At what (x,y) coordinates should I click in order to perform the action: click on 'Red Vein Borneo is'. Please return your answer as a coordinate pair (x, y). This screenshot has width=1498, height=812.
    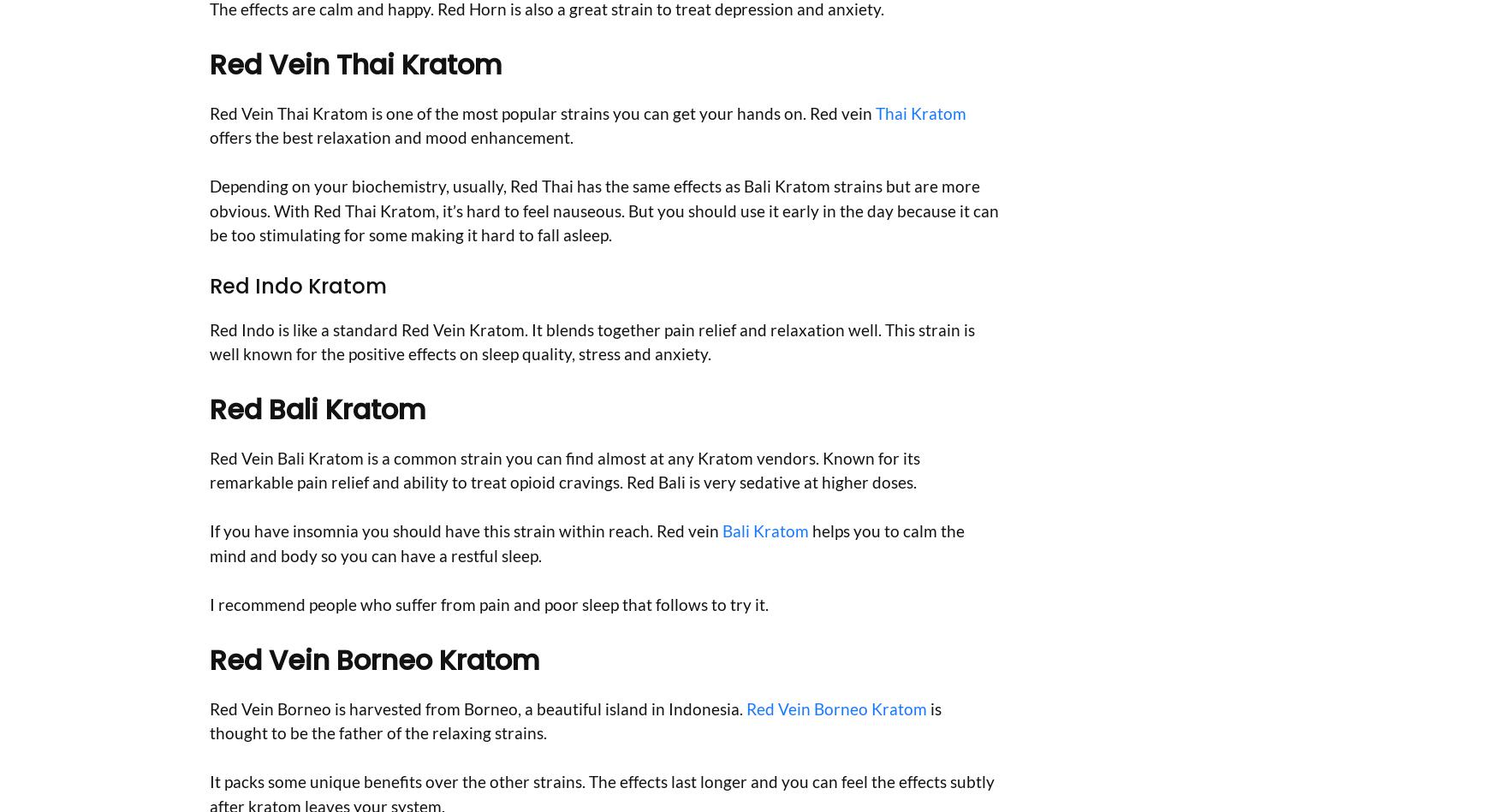
    Looking at the image, I should click on (277, 707).